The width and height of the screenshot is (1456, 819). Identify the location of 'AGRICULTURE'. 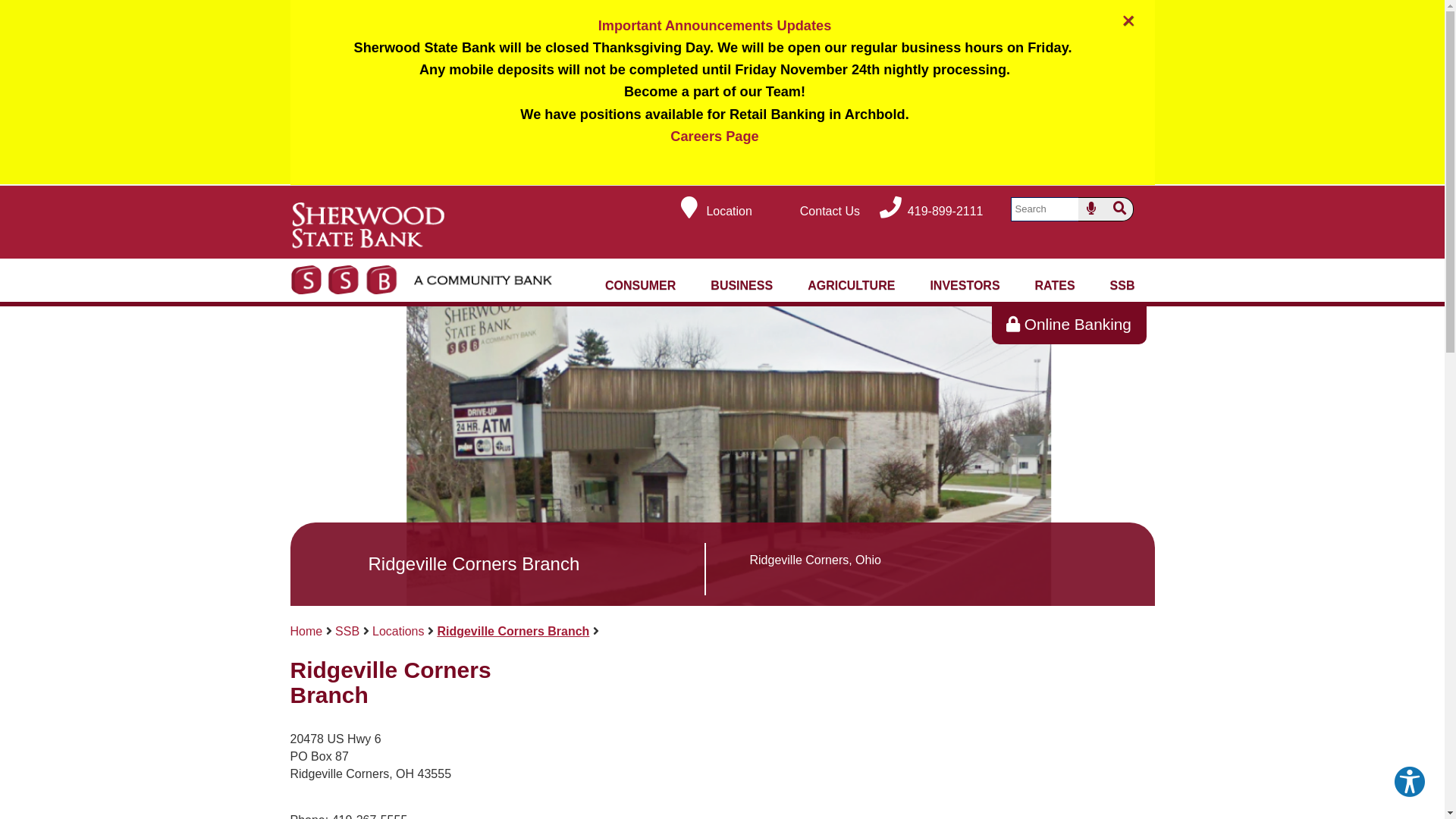
(851, 286).